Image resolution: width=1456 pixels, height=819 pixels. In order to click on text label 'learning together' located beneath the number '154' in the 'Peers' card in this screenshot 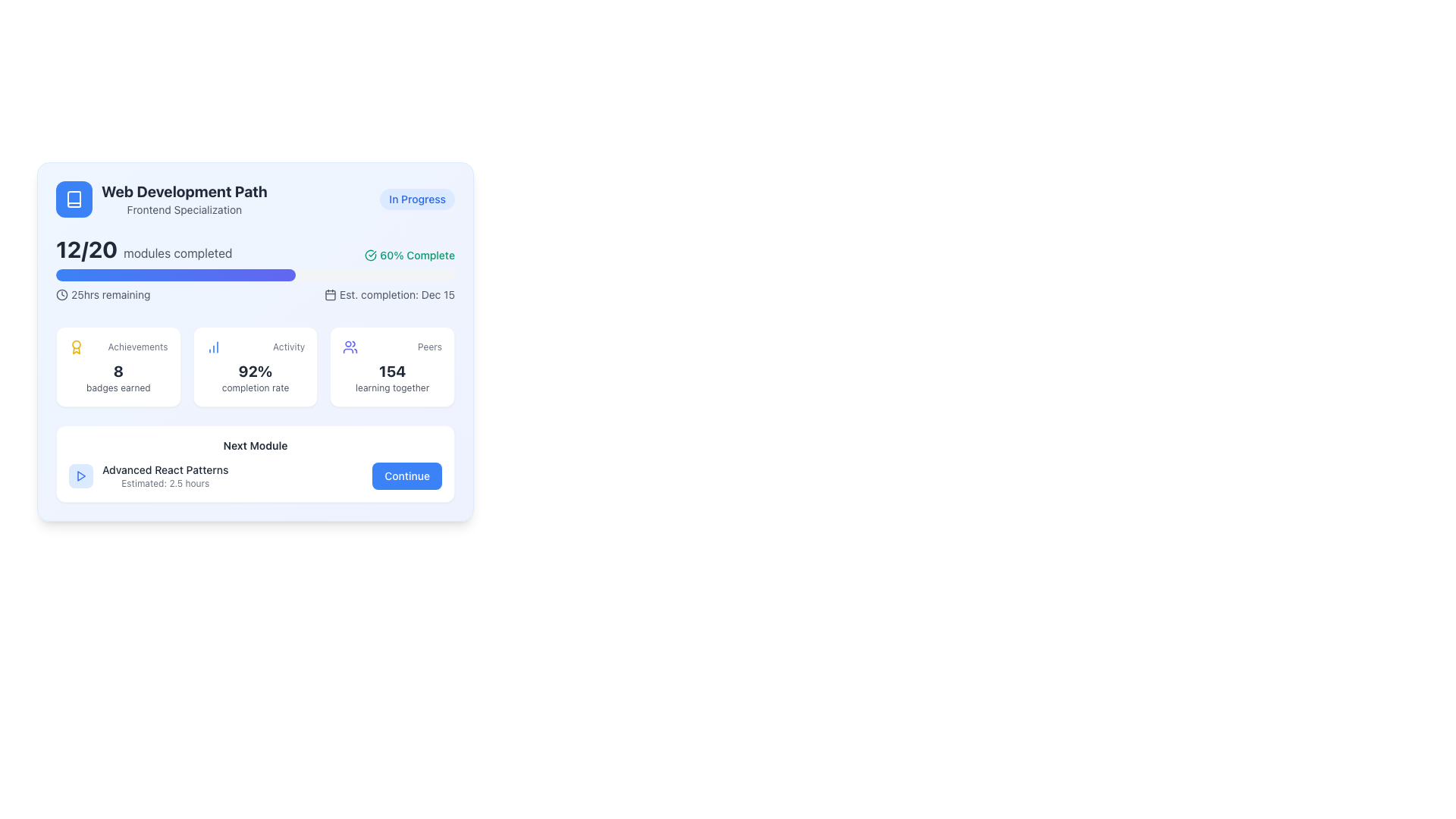, I will do `click(392, 388)`.